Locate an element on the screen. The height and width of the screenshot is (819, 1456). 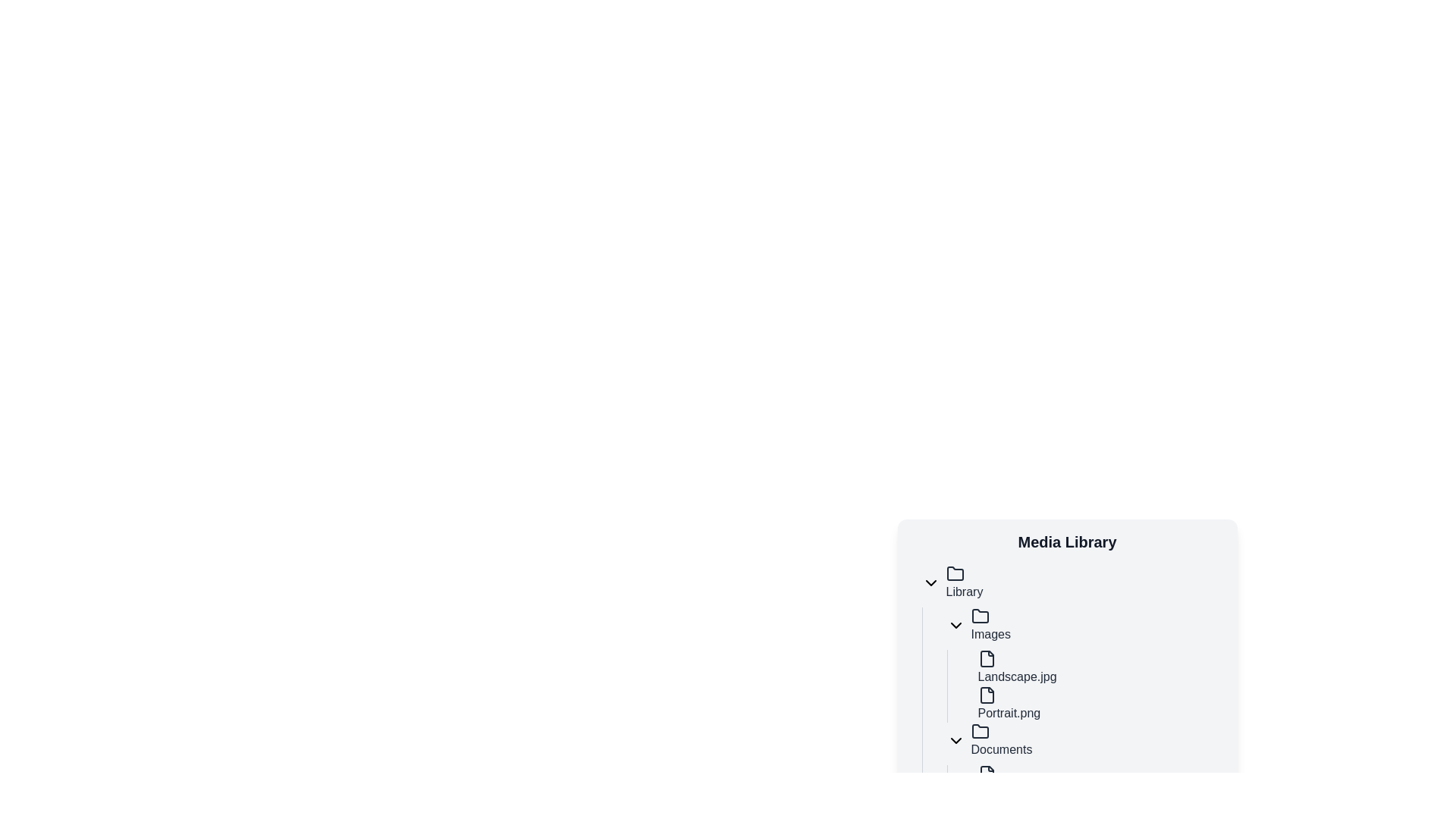
the descriptive text label for the adjacent folder icon in the collapsible media library interface, located at the top-left corner is located at coordinates (964, 582).